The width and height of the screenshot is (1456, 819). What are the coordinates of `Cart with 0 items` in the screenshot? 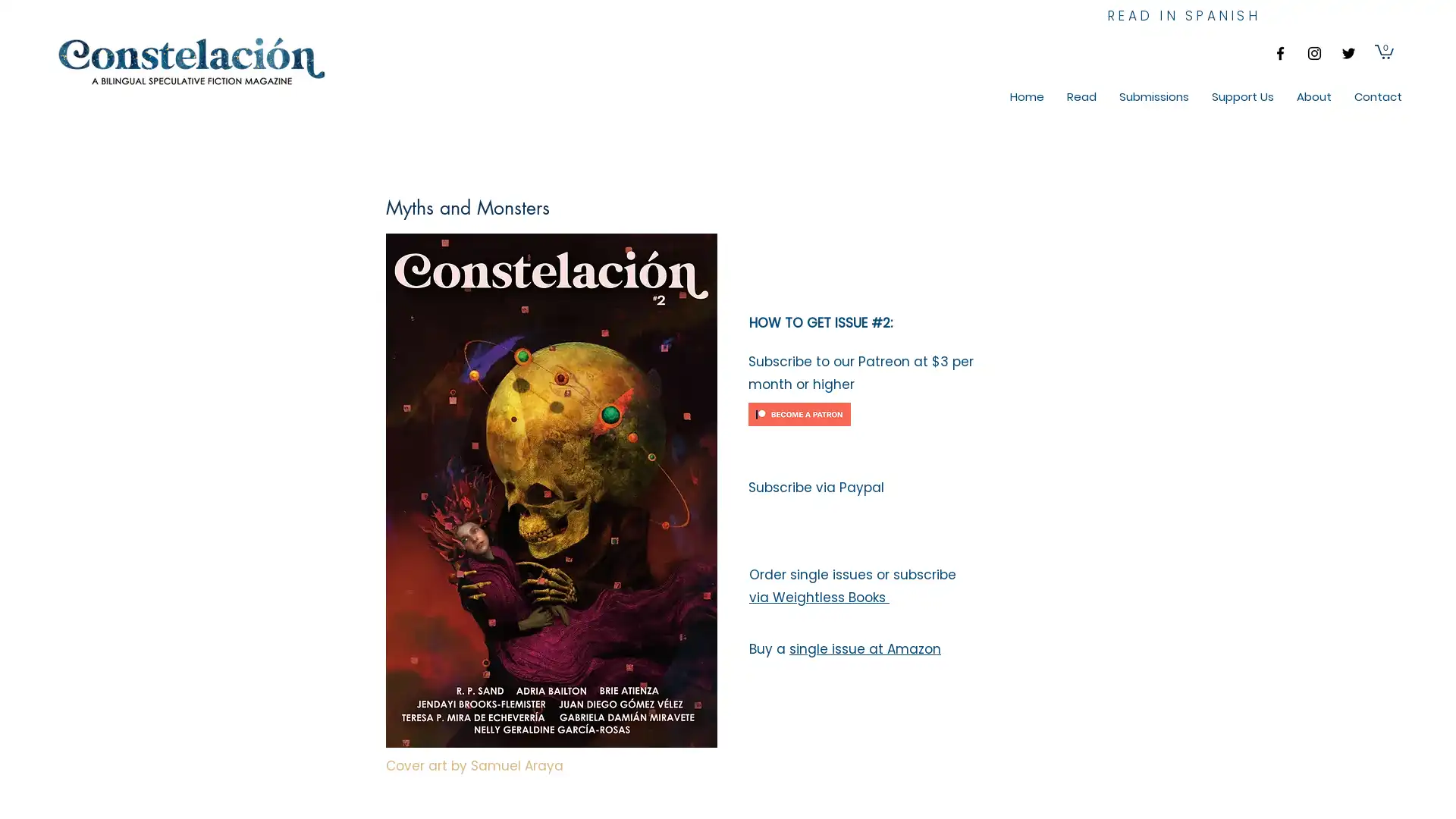 It's located at (1384, 49).